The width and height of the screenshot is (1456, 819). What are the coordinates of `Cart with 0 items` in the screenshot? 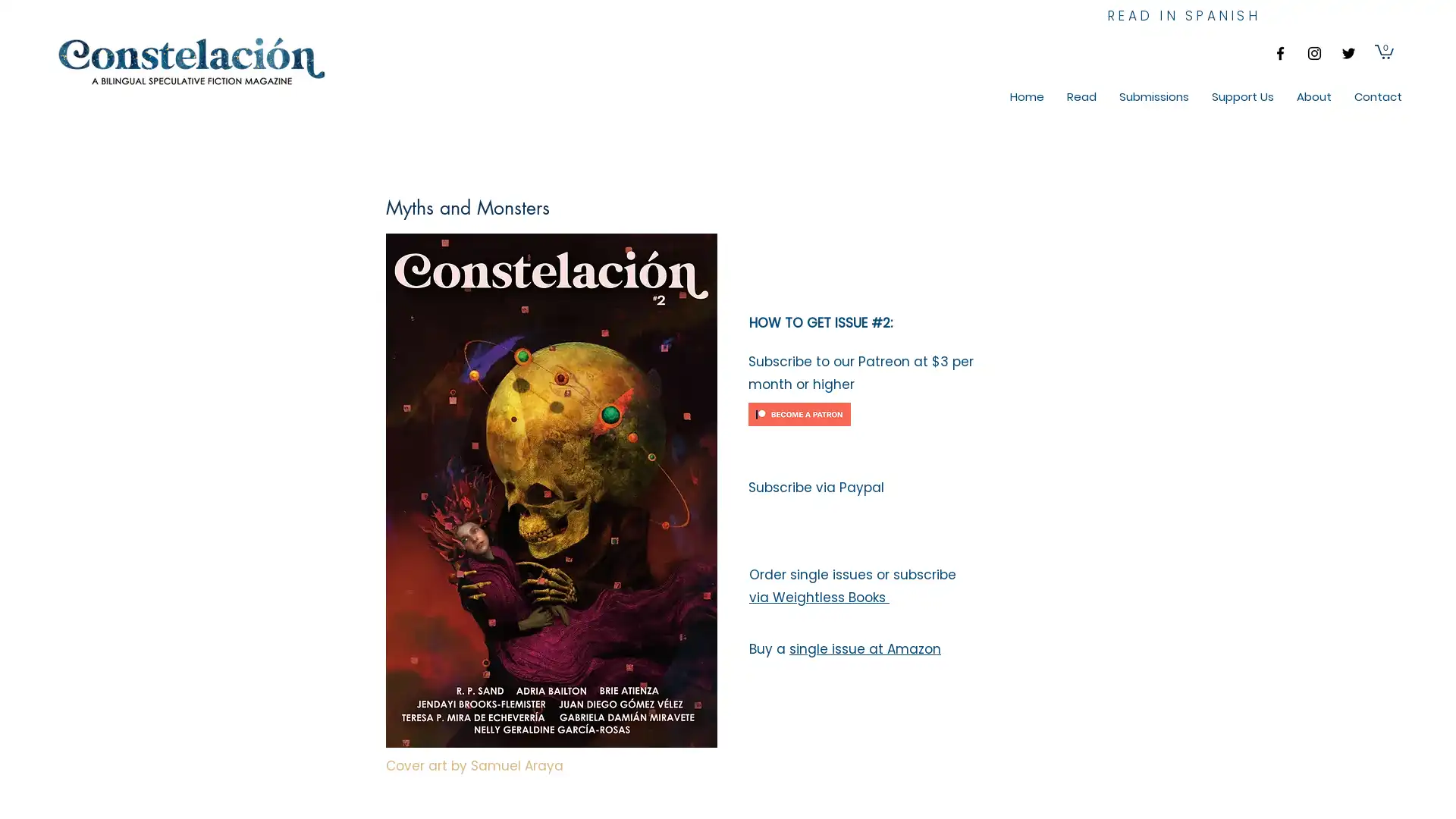 It's located at (1384, 49).